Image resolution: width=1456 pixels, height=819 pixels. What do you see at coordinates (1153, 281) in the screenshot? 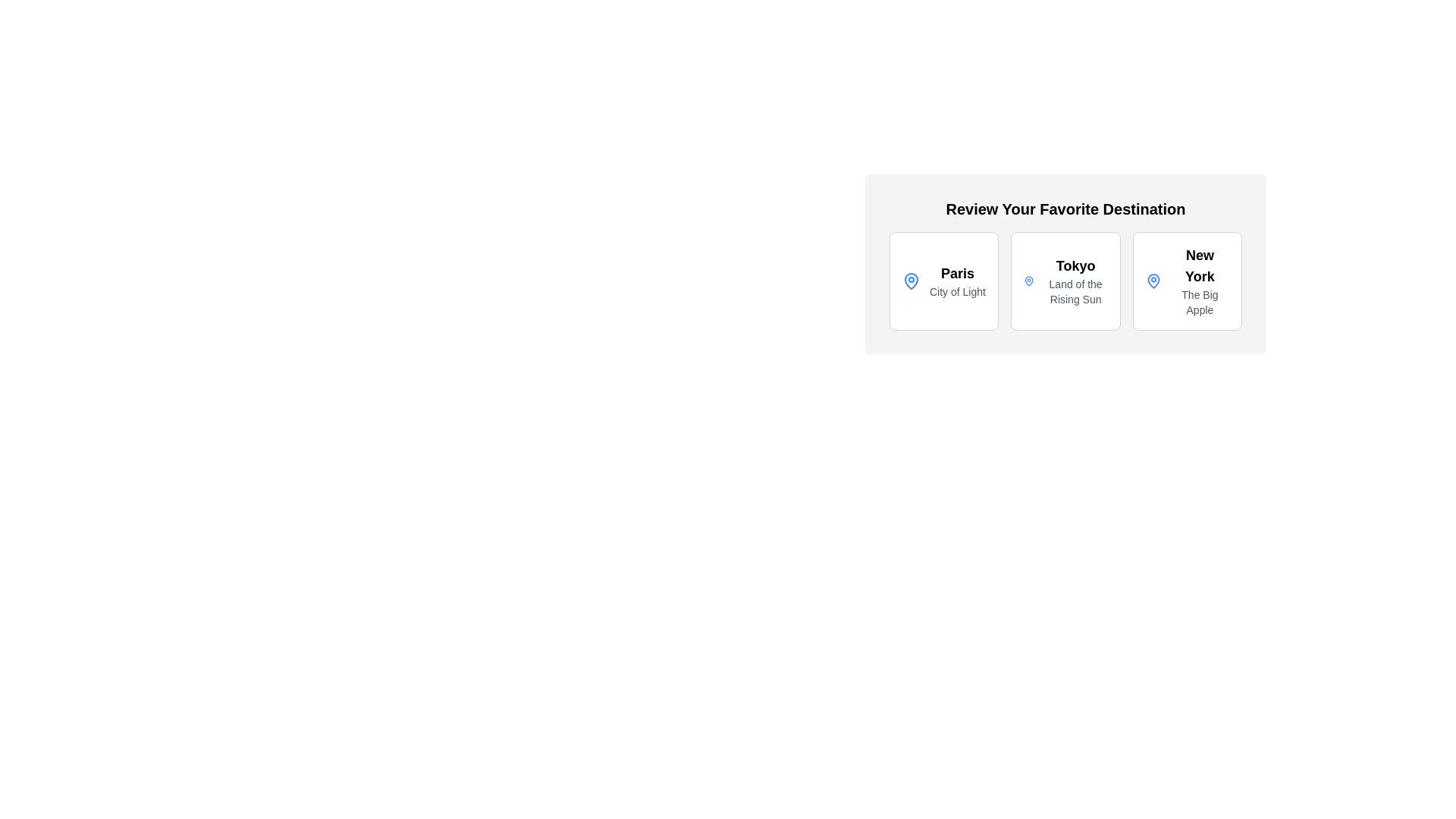
I see `the SVG pin icon element with a blue outline located next to the text 'Paris' in the 'Review Your Favorite Destination' options` at bounding box center [1153, 281].